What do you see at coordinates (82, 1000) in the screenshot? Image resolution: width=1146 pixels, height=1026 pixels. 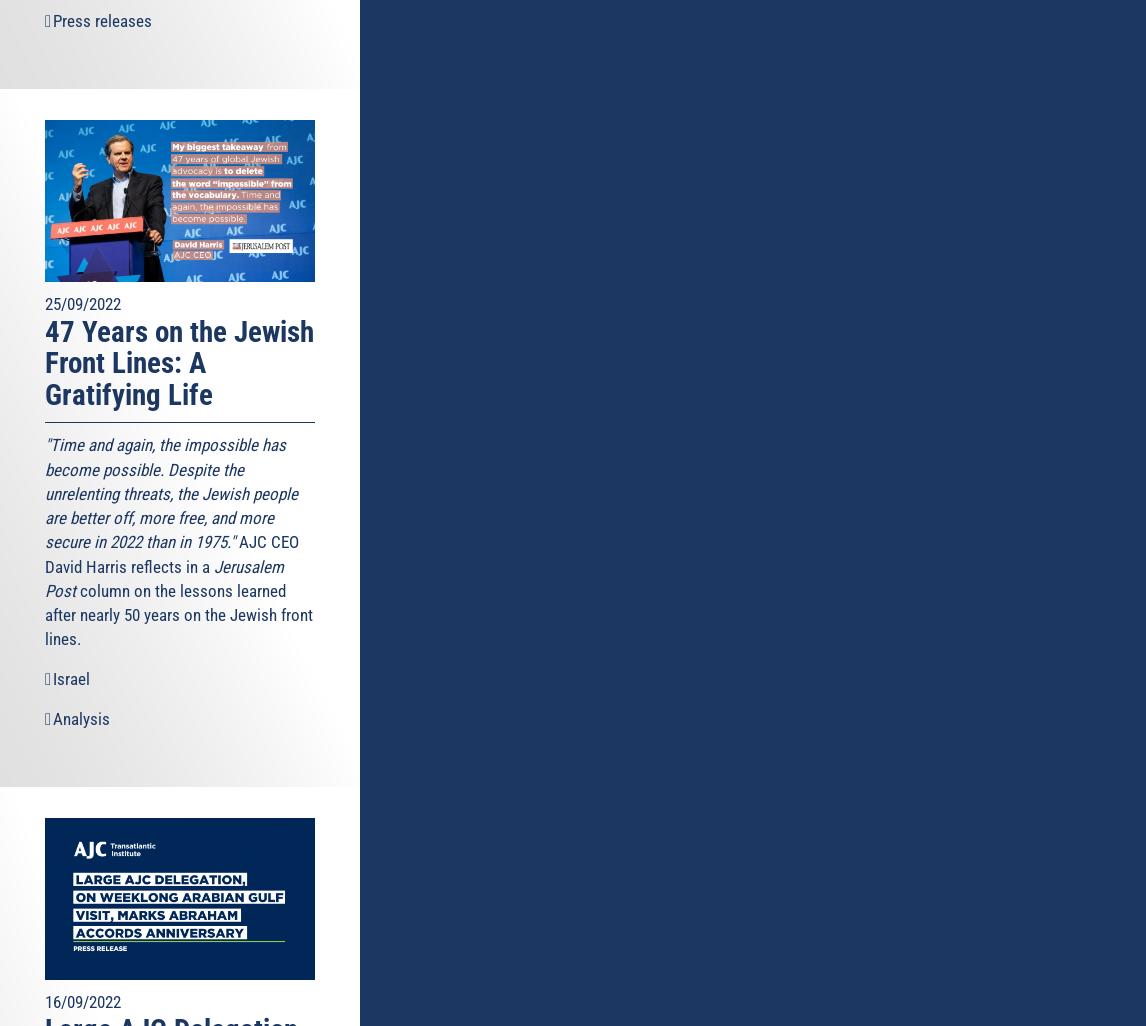 I see `'16/09/2022'` at bounding box center [82, 1000].